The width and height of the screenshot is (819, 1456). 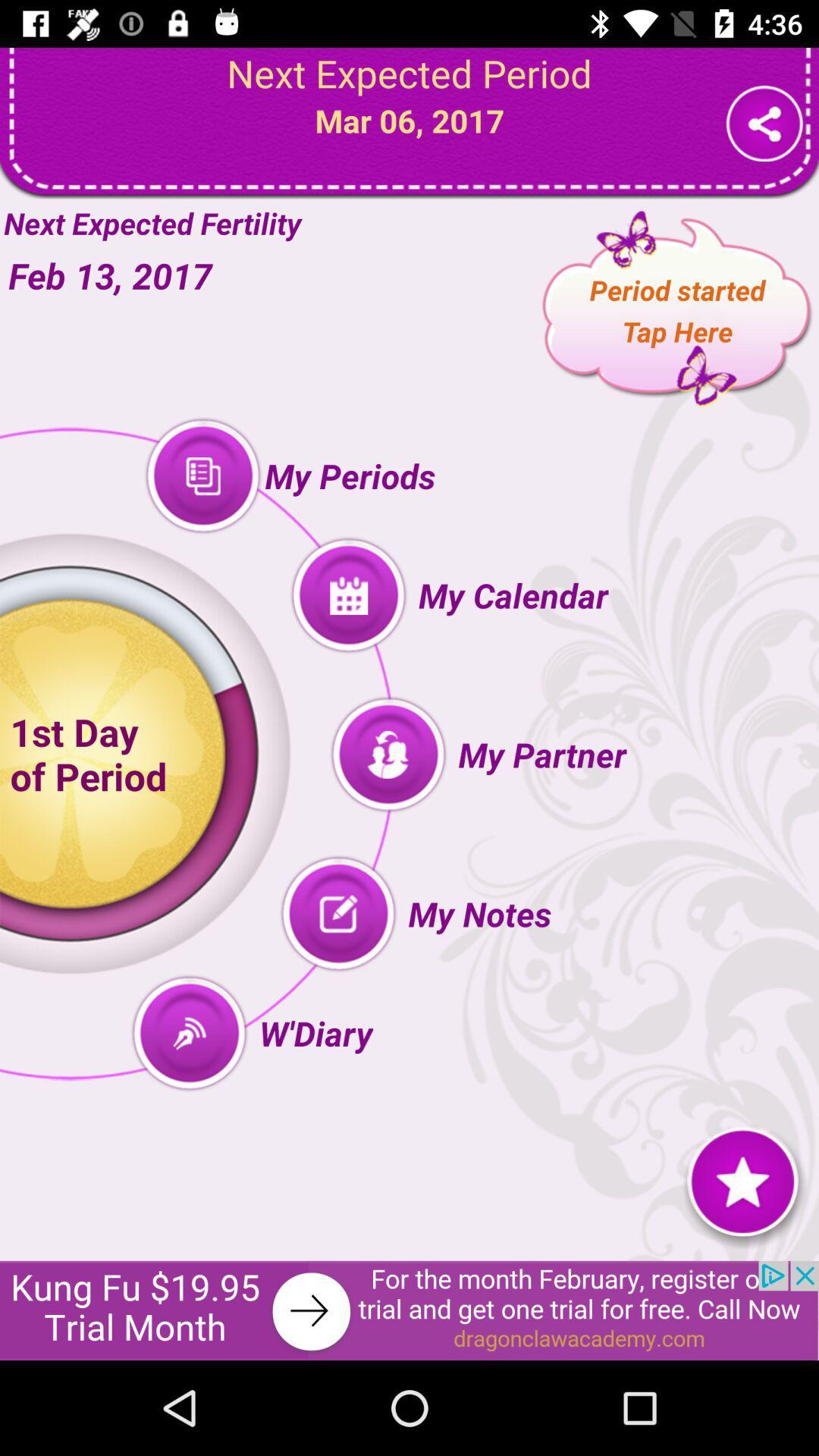 I want to click on the icon star button, so click(x=742, y=1179).